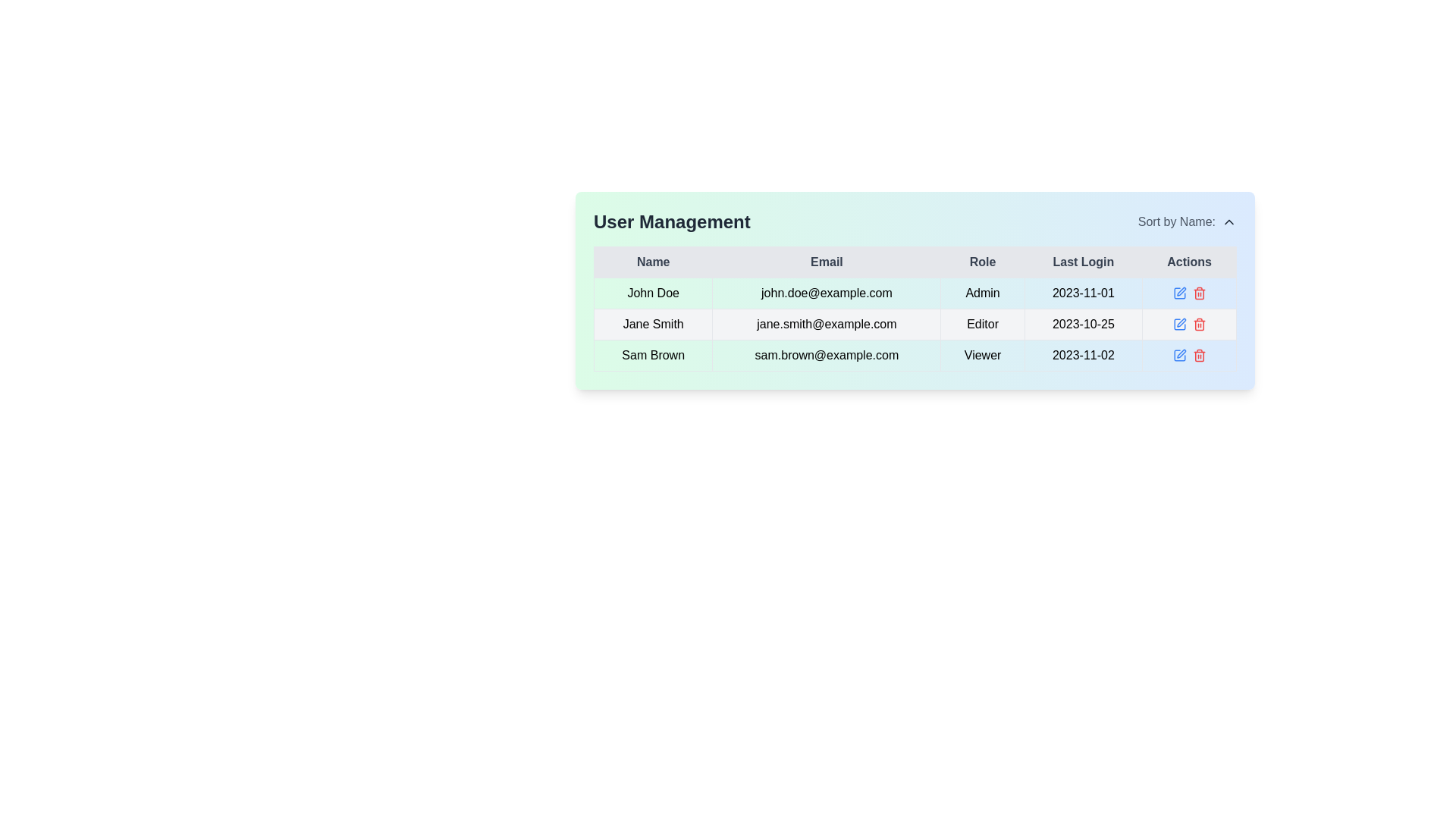  Describe the element at coordinates (653, 262) in the screenshot. I see `the 'Name' Table Column Header, which is the first column header in the 'User Management' section, styled with gray text in a bold font` at that location.